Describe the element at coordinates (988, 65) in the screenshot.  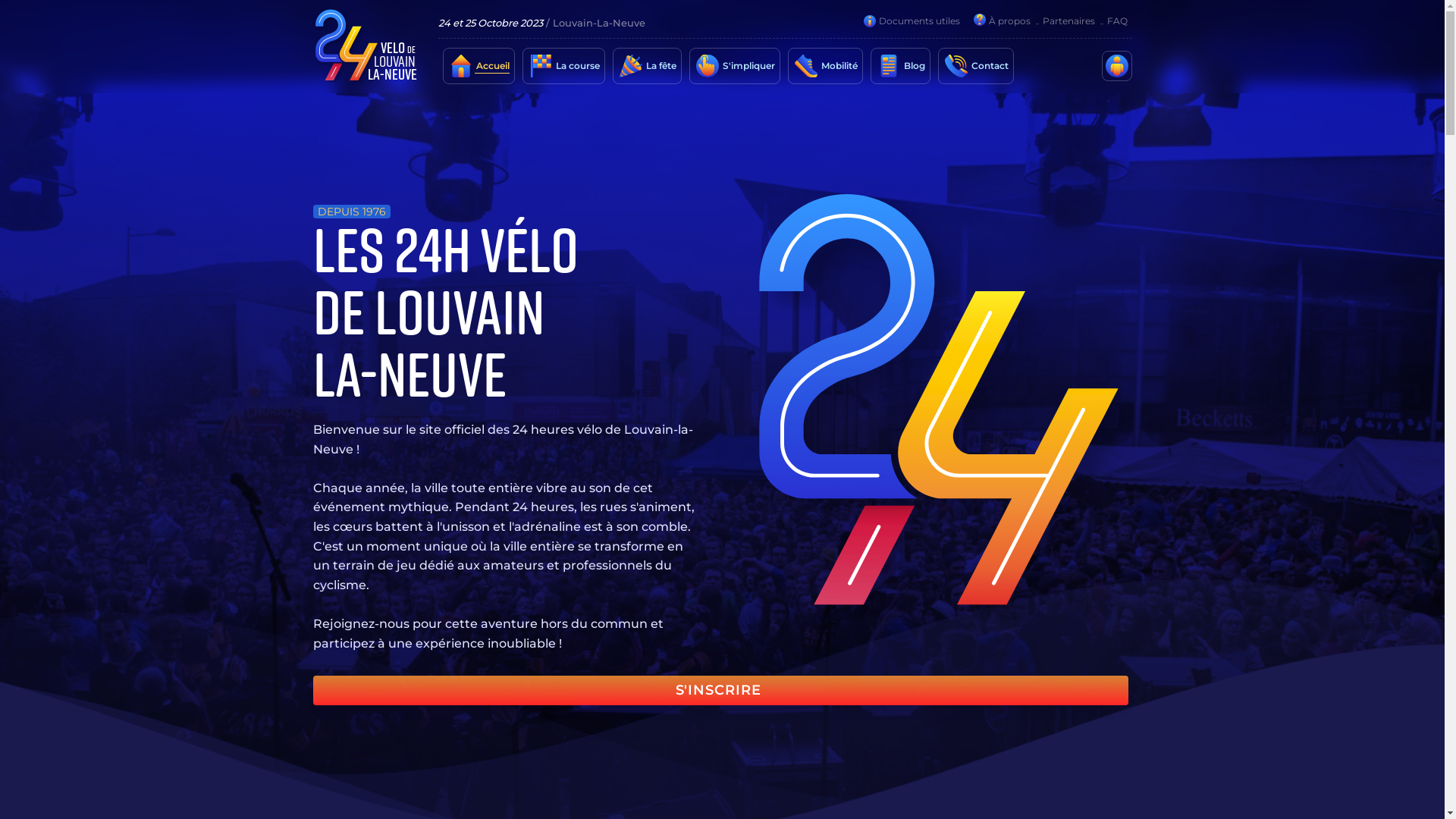
I see `'Contact'` at that location.